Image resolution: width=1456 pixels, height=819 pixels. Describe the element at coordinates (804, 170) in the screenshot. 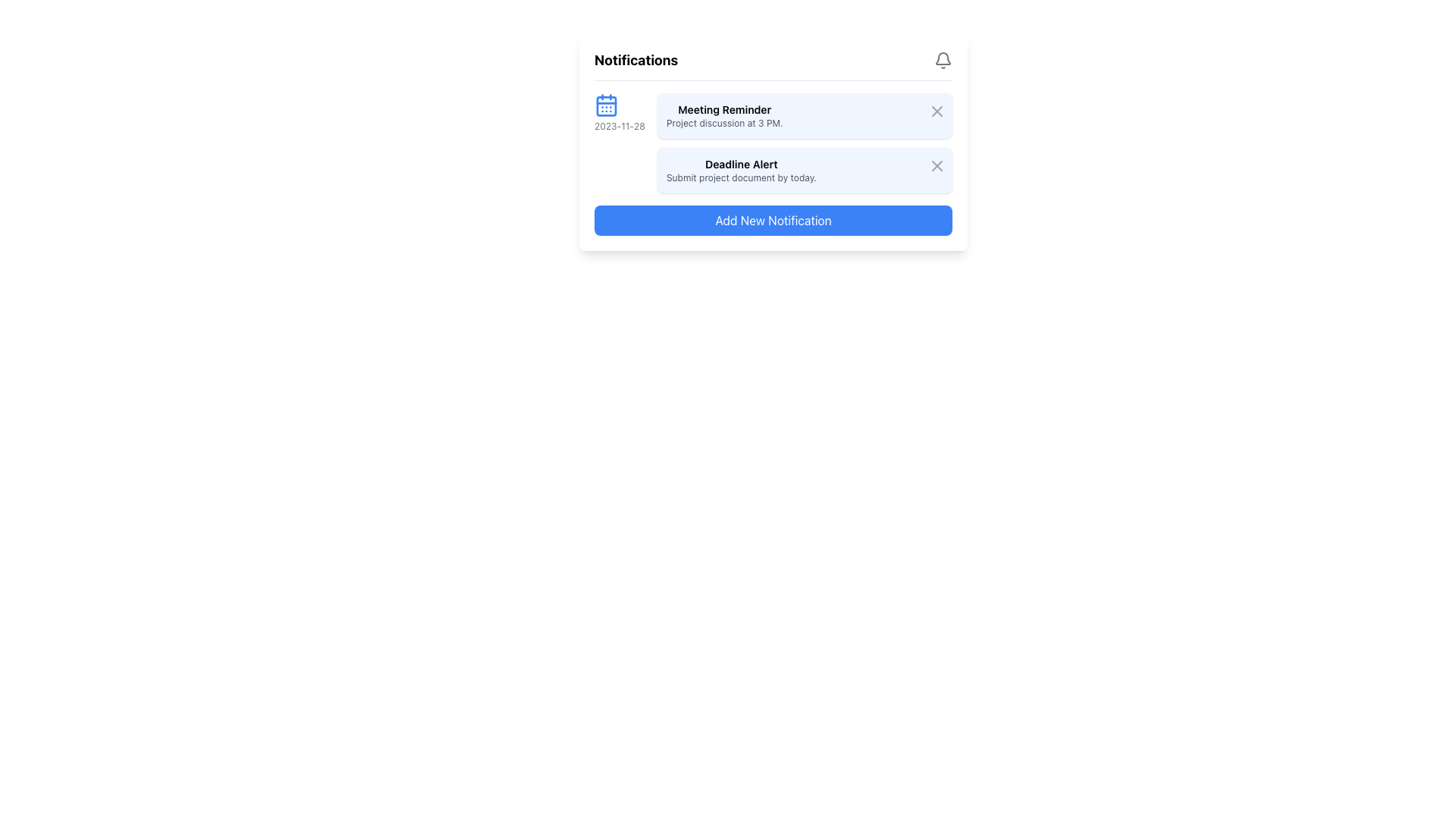

I see `the second notification card with a light blue background, centered message in black bold and grey smaller text, and a close button on the right` at that location.